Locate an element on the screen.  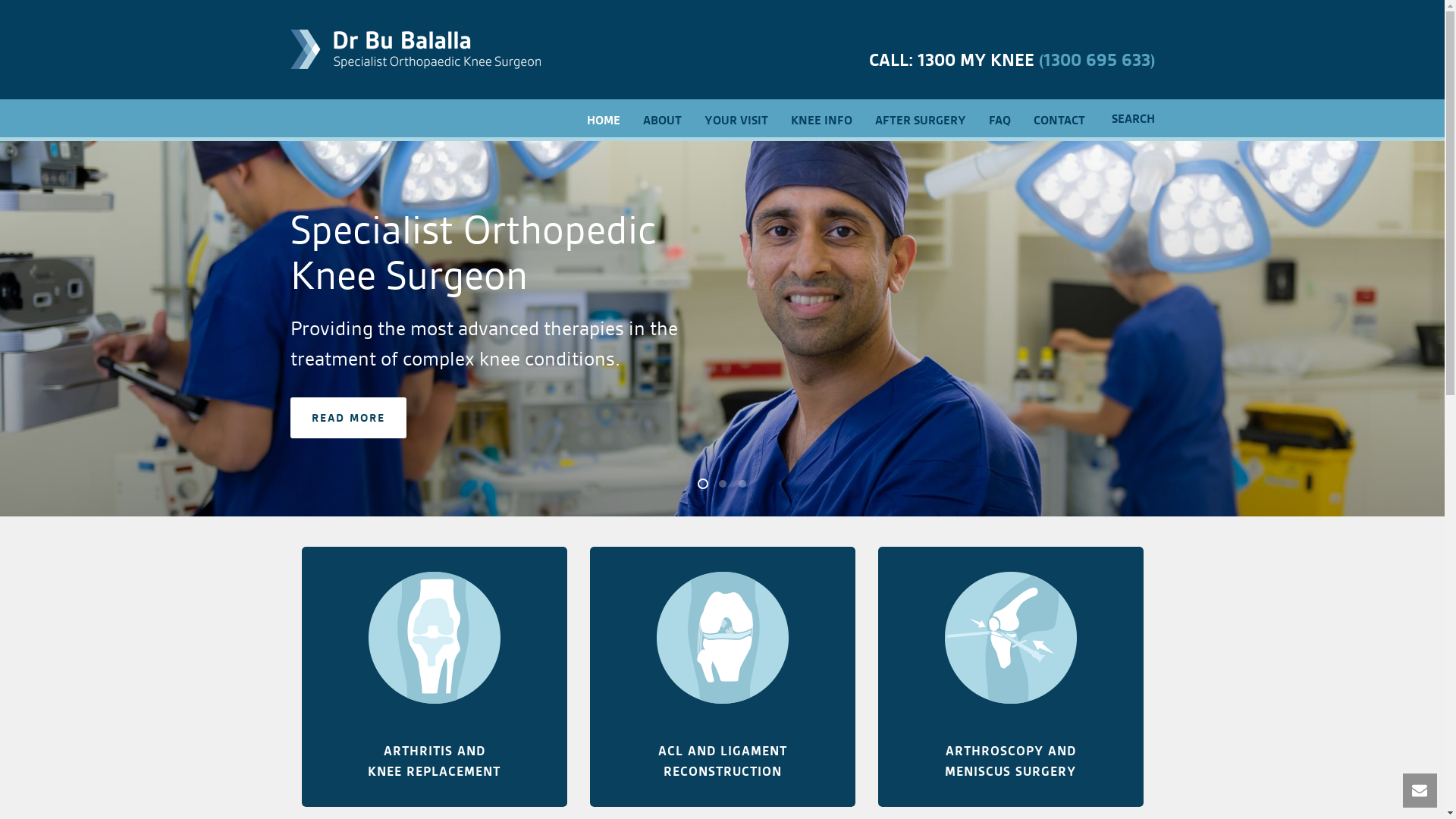
'ARTHRITIS AND' is located at coordinates (433, 751).